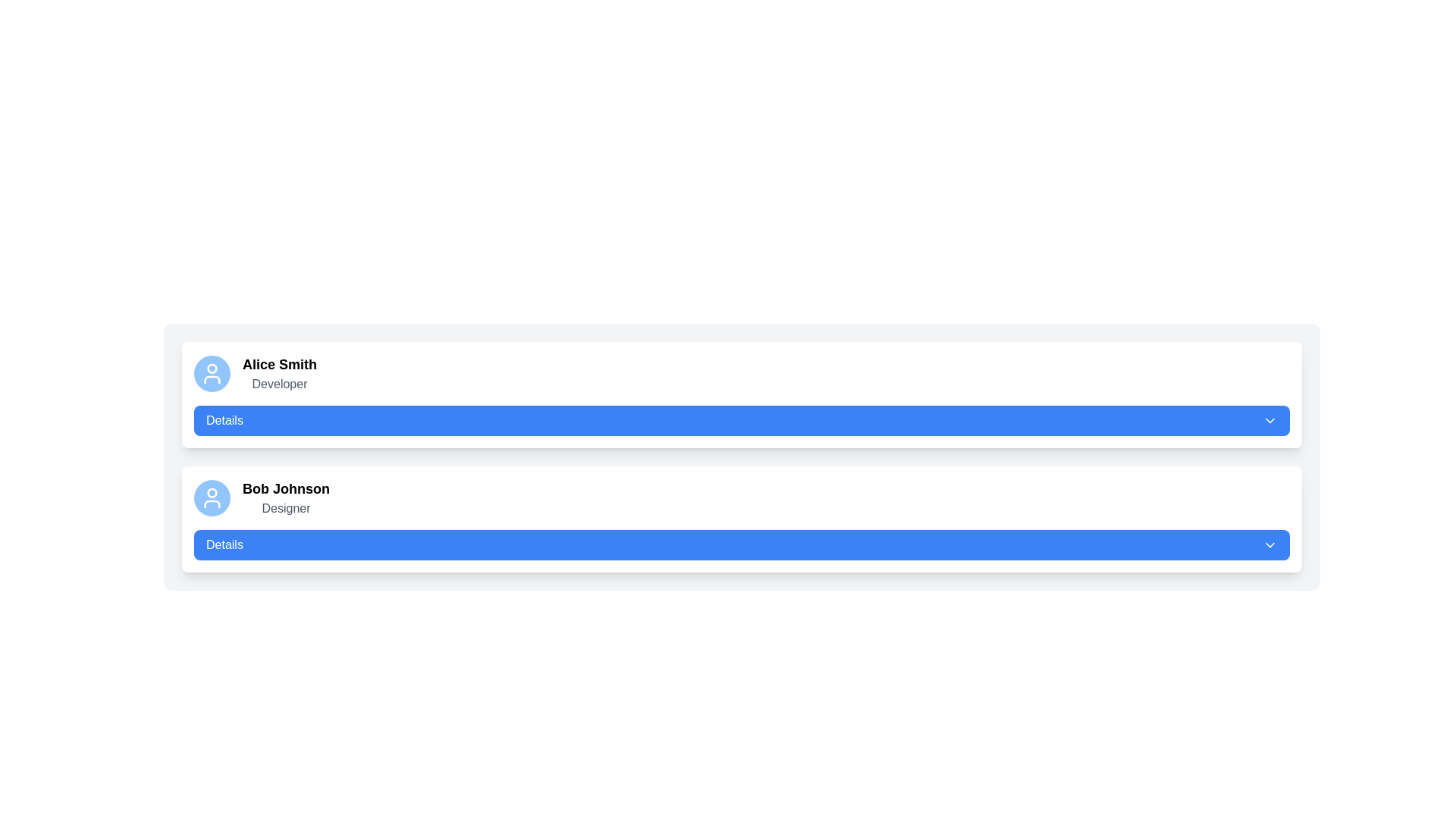  Describe the element at coordinates (211, 497) in the screenshot. I see `the avatar icon representing the user 'Bob Johnson', which is positioned to the left of his name and title 'Designer'` at that location.